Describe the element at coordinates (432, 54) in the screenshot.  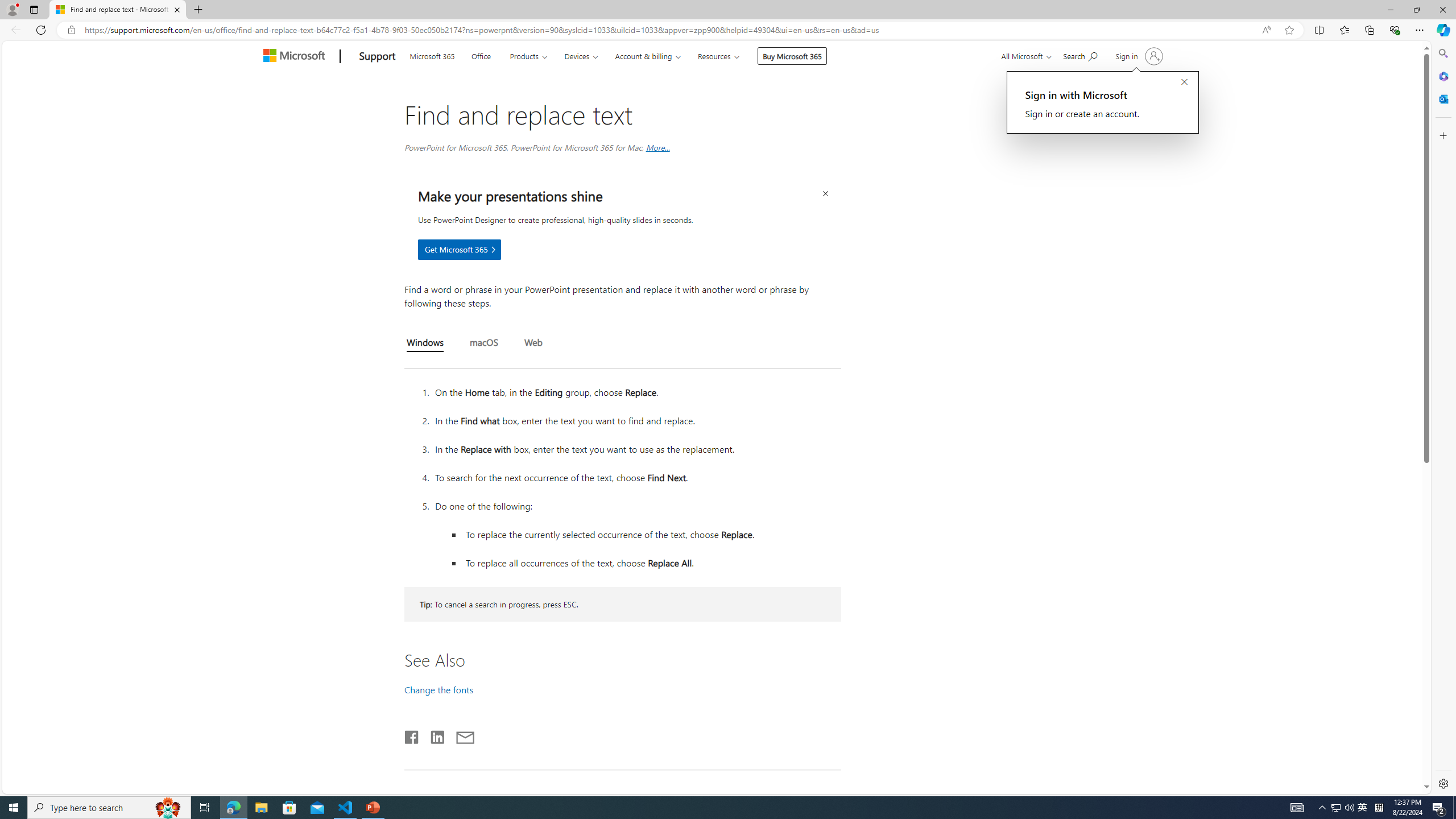
I see `'Microsoft 365'` at that location.